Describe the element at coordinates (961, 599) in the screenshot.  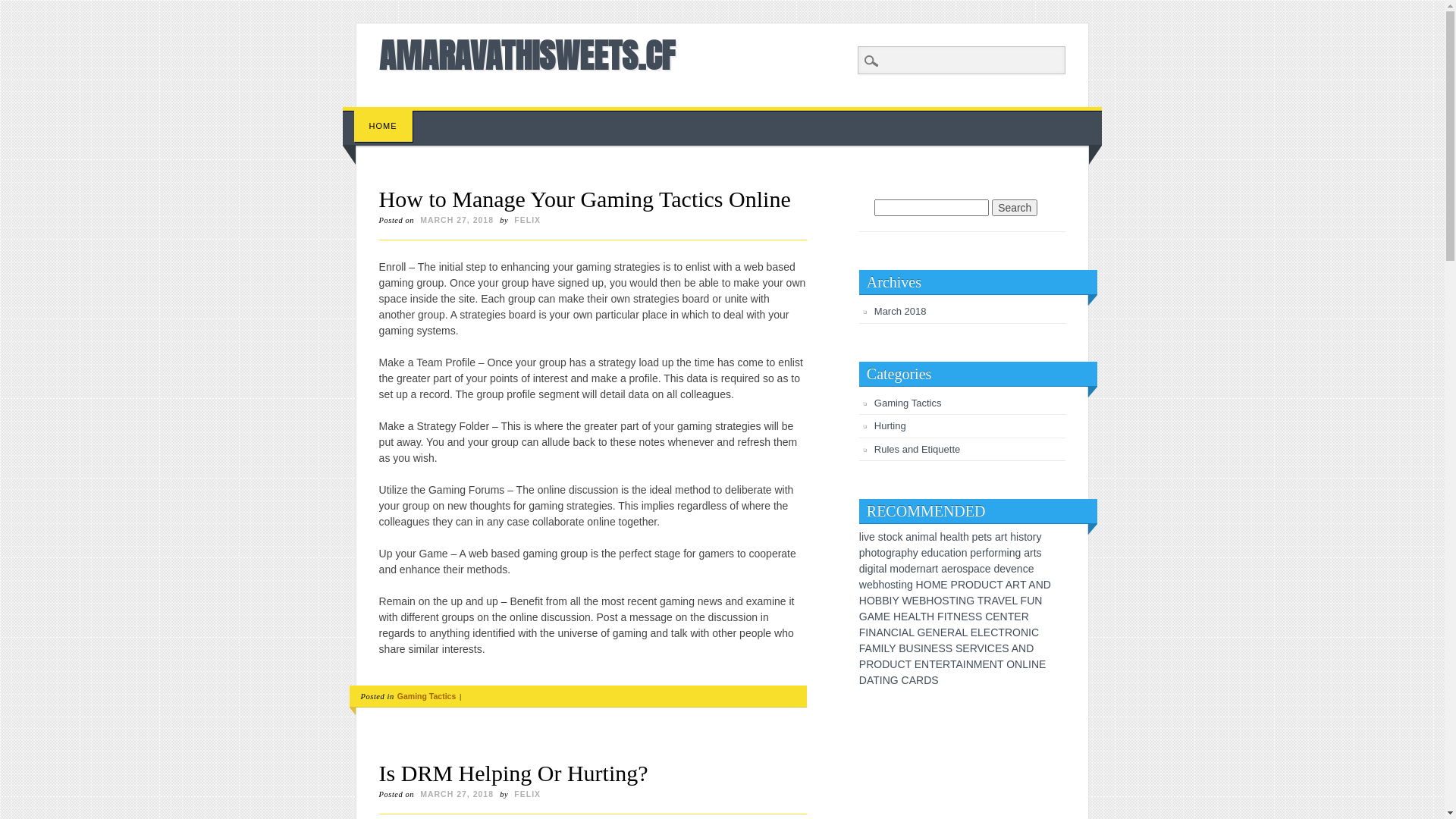
I see `'N'` at that location.